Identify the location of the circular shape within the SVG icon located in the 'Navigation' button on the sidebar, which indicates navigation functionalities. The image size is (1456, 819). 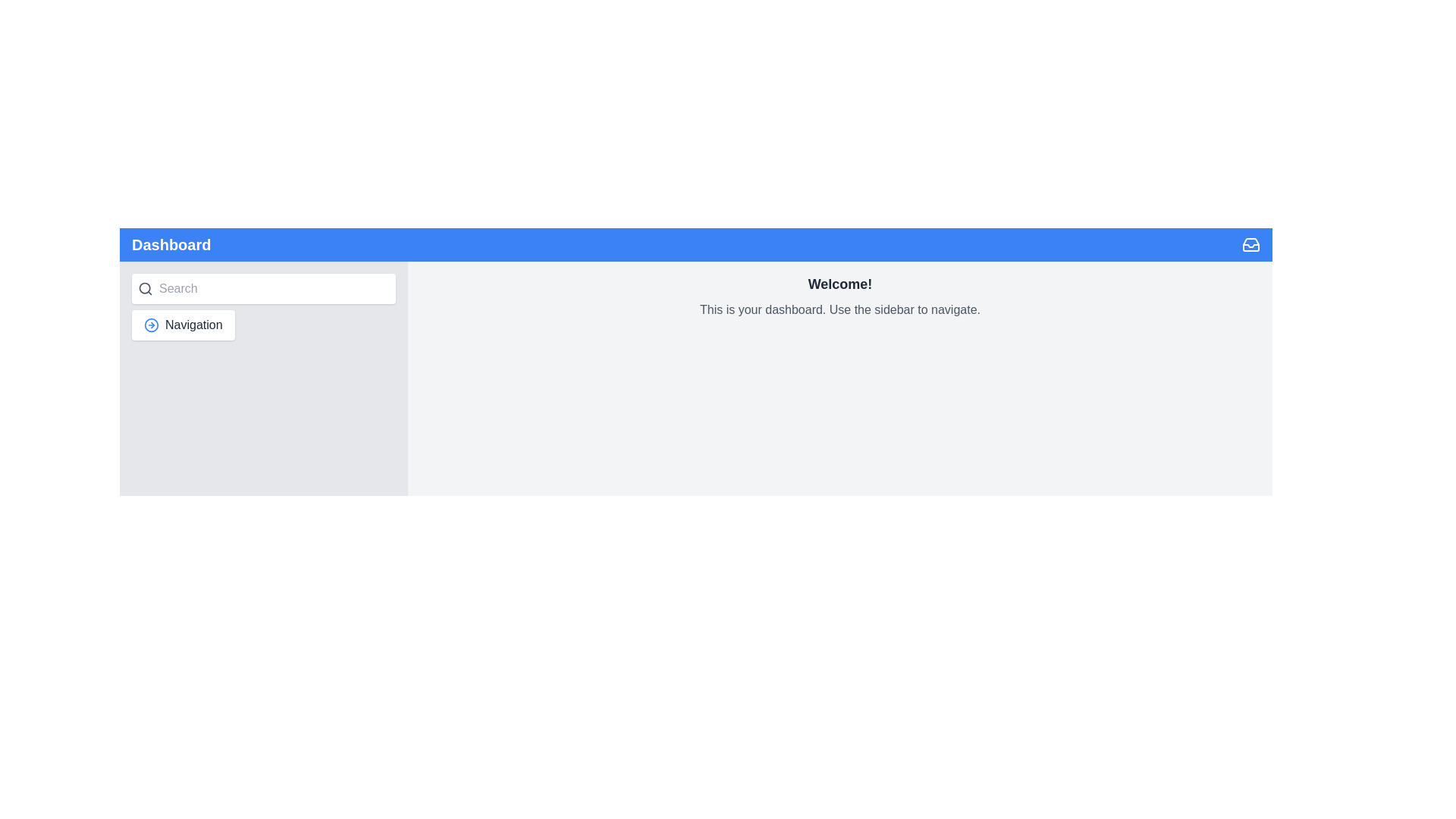
(152, 324).